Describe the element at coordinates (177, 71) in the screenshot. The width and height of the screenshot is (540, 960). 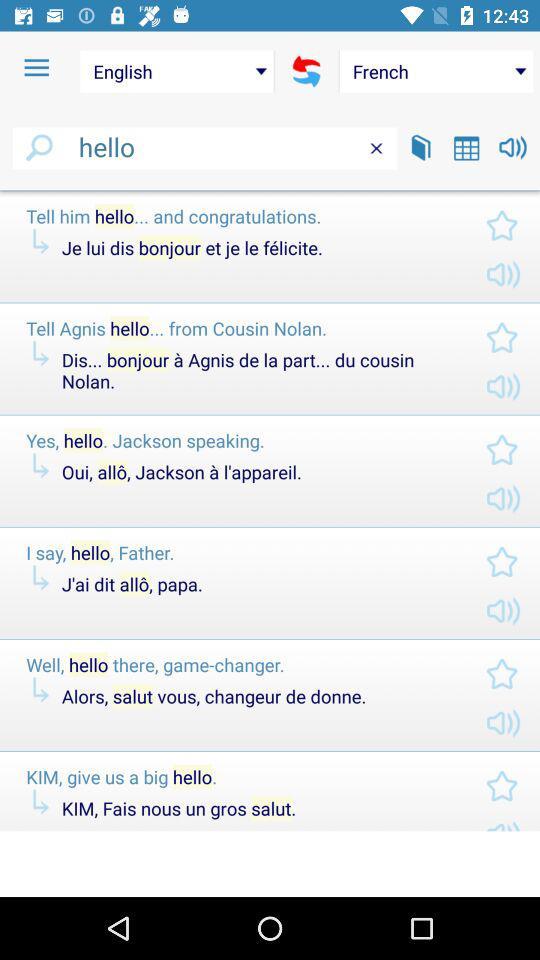
I see `english icon` at that location.